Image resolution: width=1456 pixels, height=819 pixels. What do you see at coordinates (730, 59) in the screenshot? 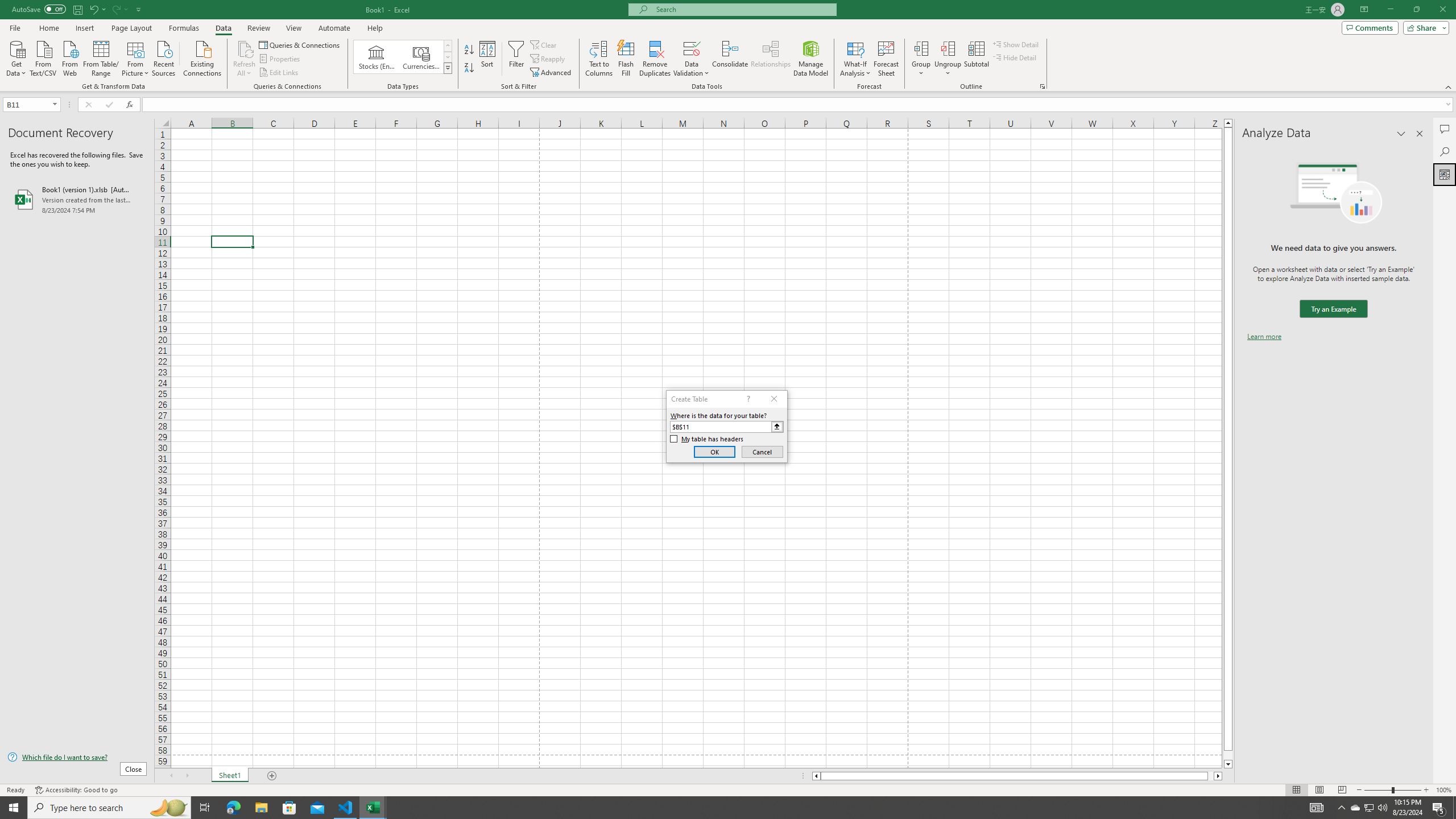
I see `'Consolidate...'` at bounding box center [730, 59].